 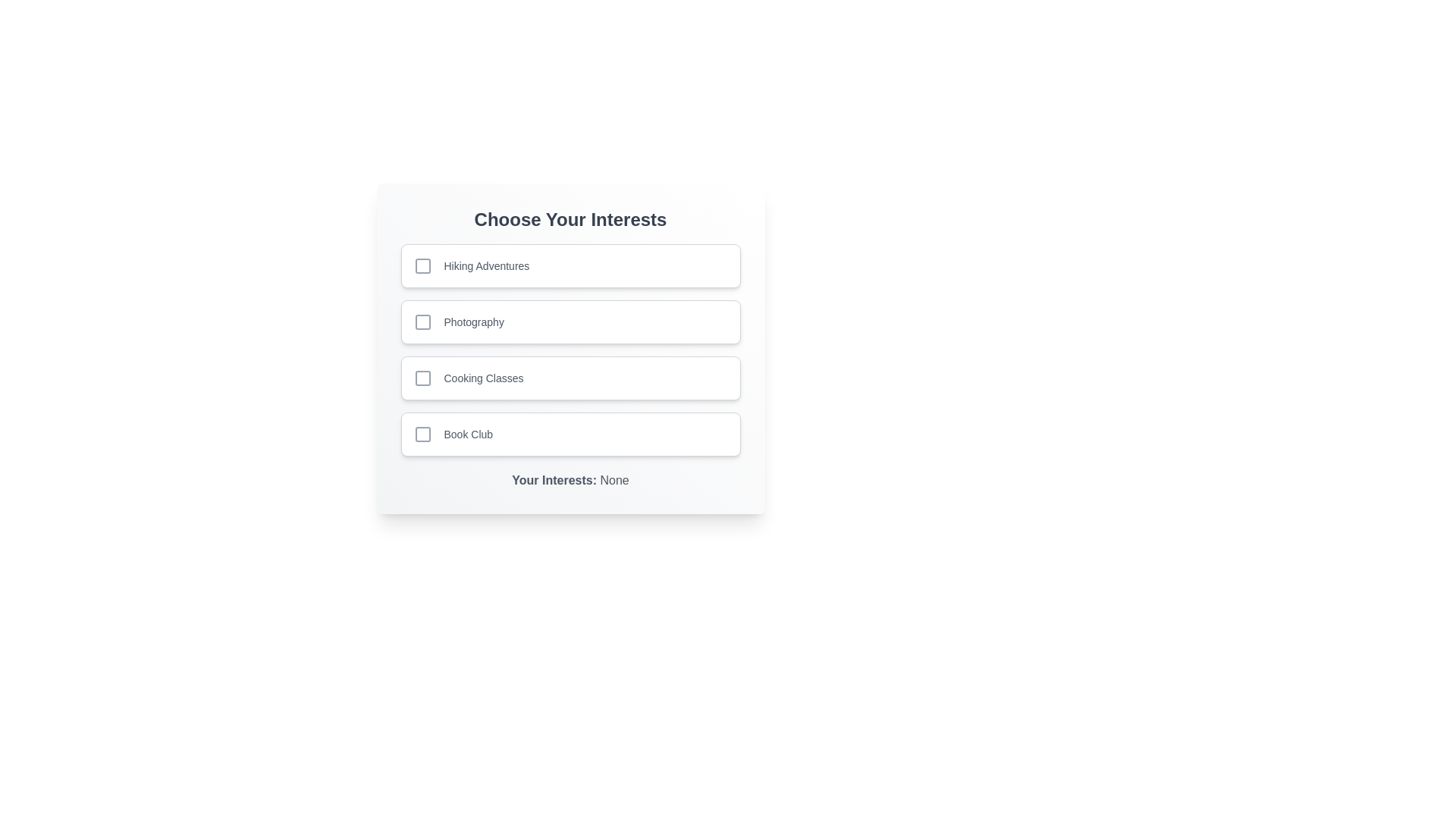 What do you see at coordinates (570, 265) in the screenshot?
I see `the first selectable list item labeled 'Hiking Adventures' which contains a checkbox` at bounding box center [570, 265].